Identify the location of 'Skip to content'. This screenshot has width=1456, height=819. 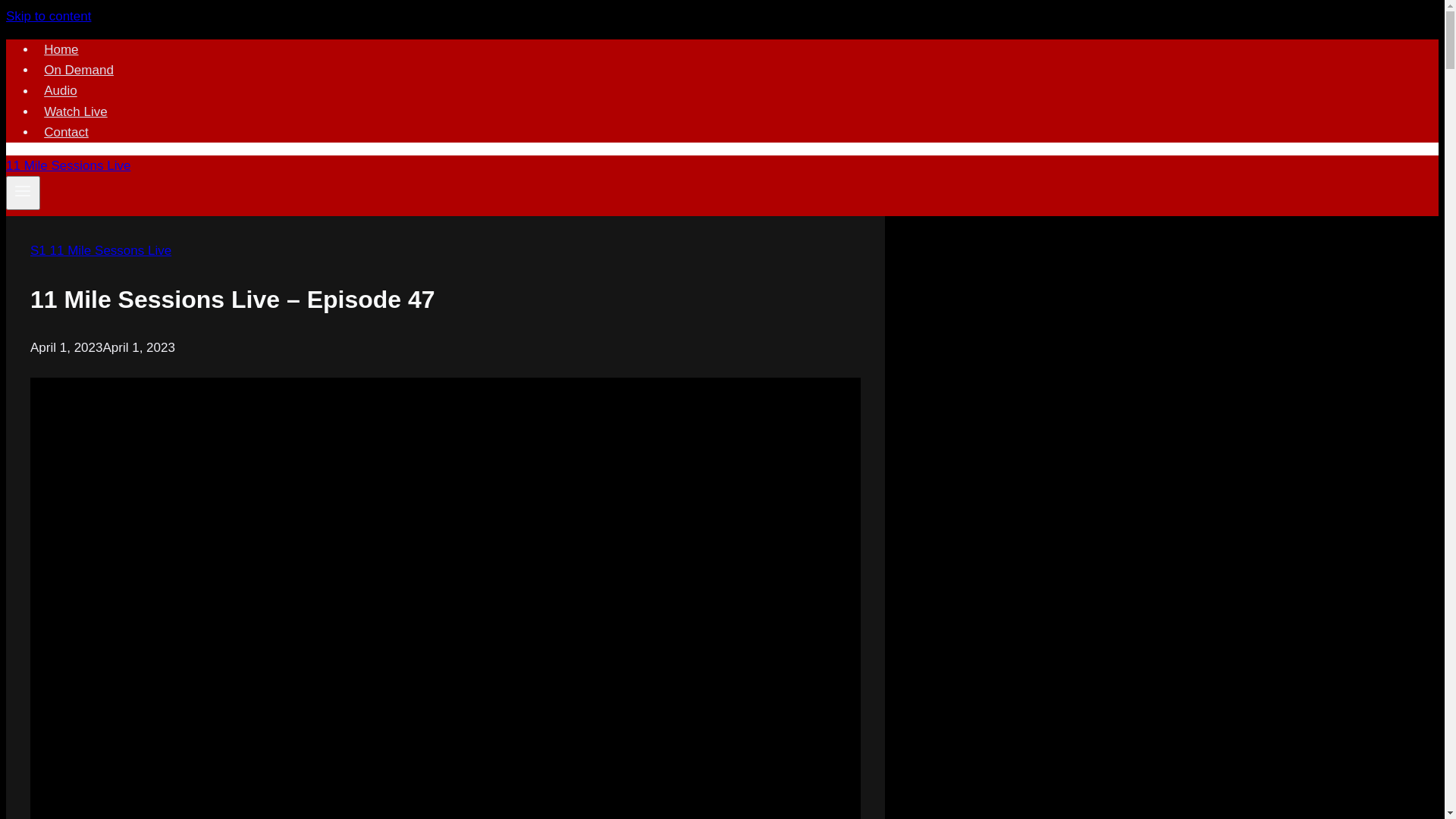
(48, 16).